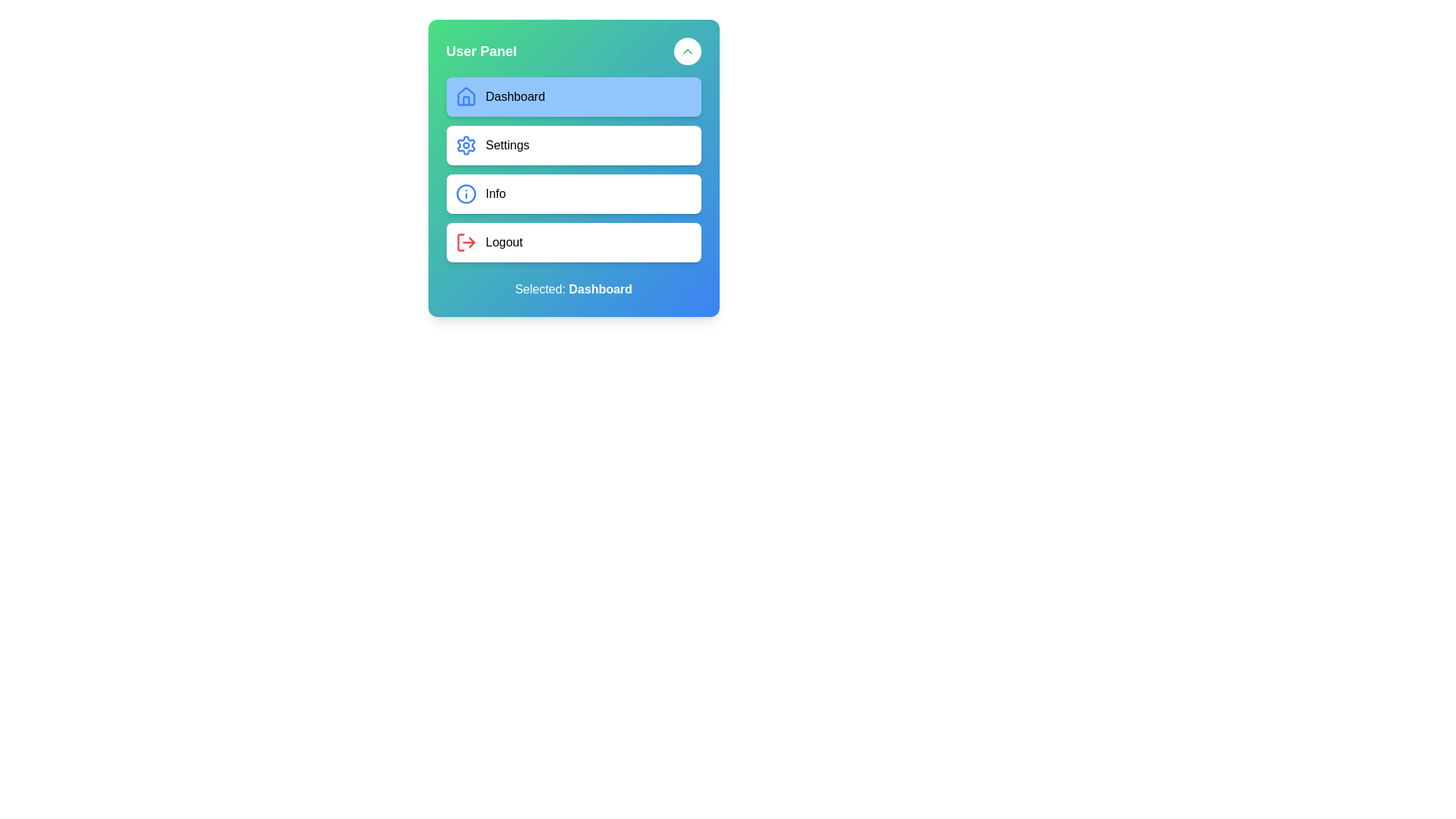 This screenshot has width=1456, height=819. I want to click on the toggle button located at the top-right corner of the 'User Panel', so click(686, 51).